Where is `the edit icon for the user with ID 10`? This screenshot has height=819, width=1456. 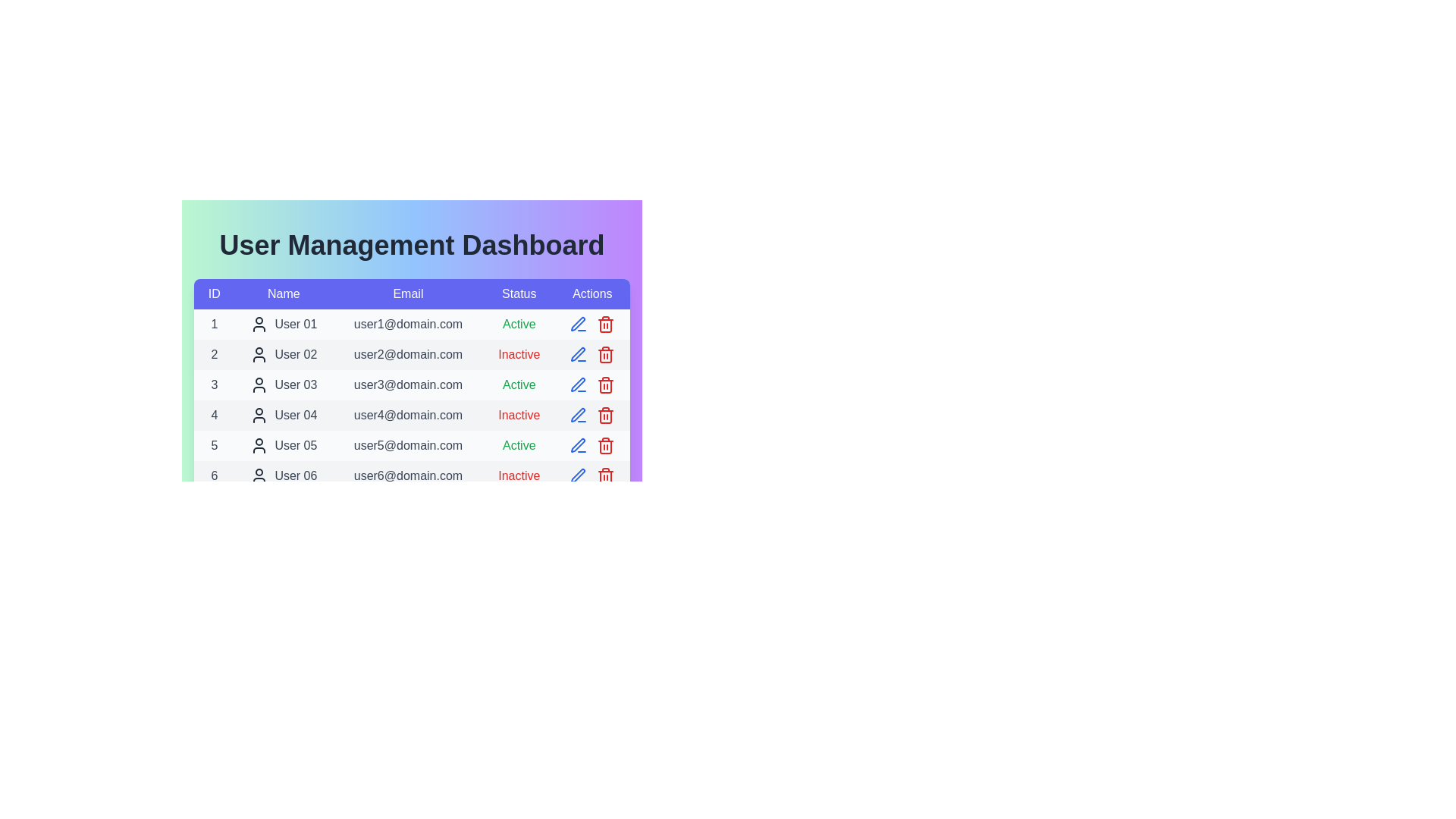 the edit icon for the user with ID 10 is located at coordinates (578, 596).